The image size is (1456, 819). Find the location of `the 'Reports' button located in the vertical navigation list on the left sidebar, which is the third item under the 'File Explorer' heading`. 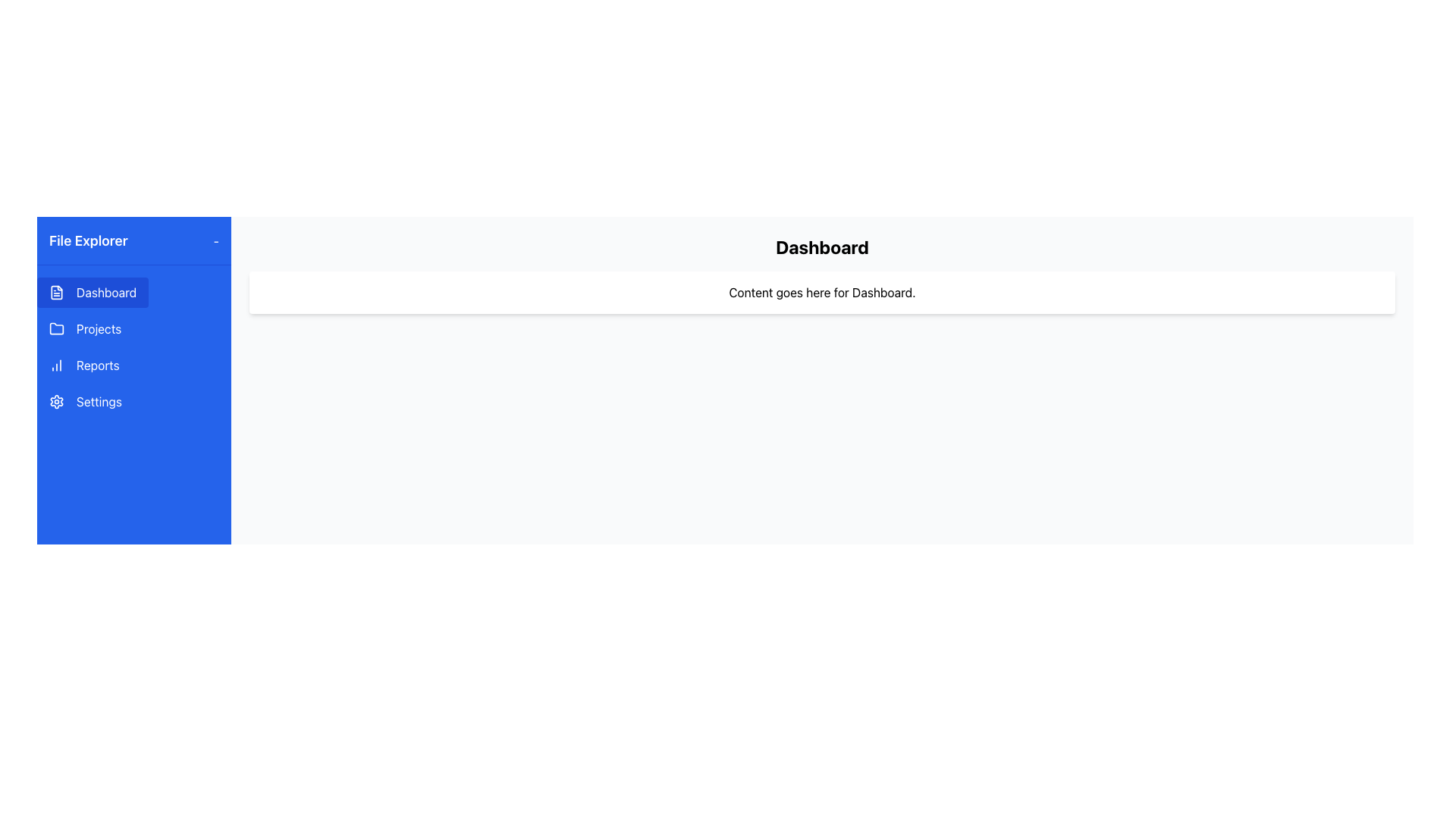

the 'Reports' button located in the vertical navigation list on the left sidebar, which is the third item under the 'File Explorer' heading is located at coordinates (83, 366).